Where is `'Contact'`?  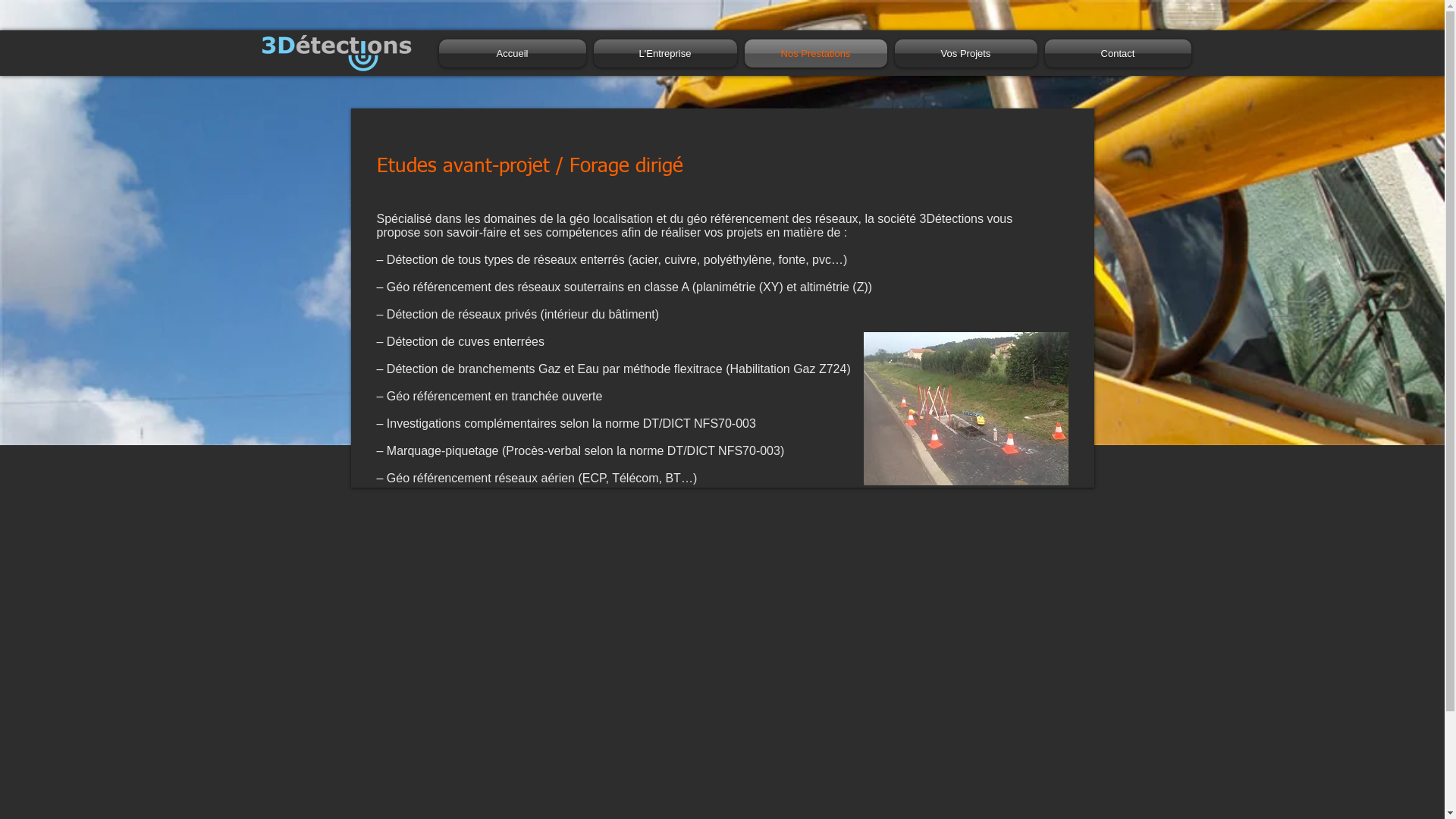 'Contact' is located at coordinates (1115, 52).